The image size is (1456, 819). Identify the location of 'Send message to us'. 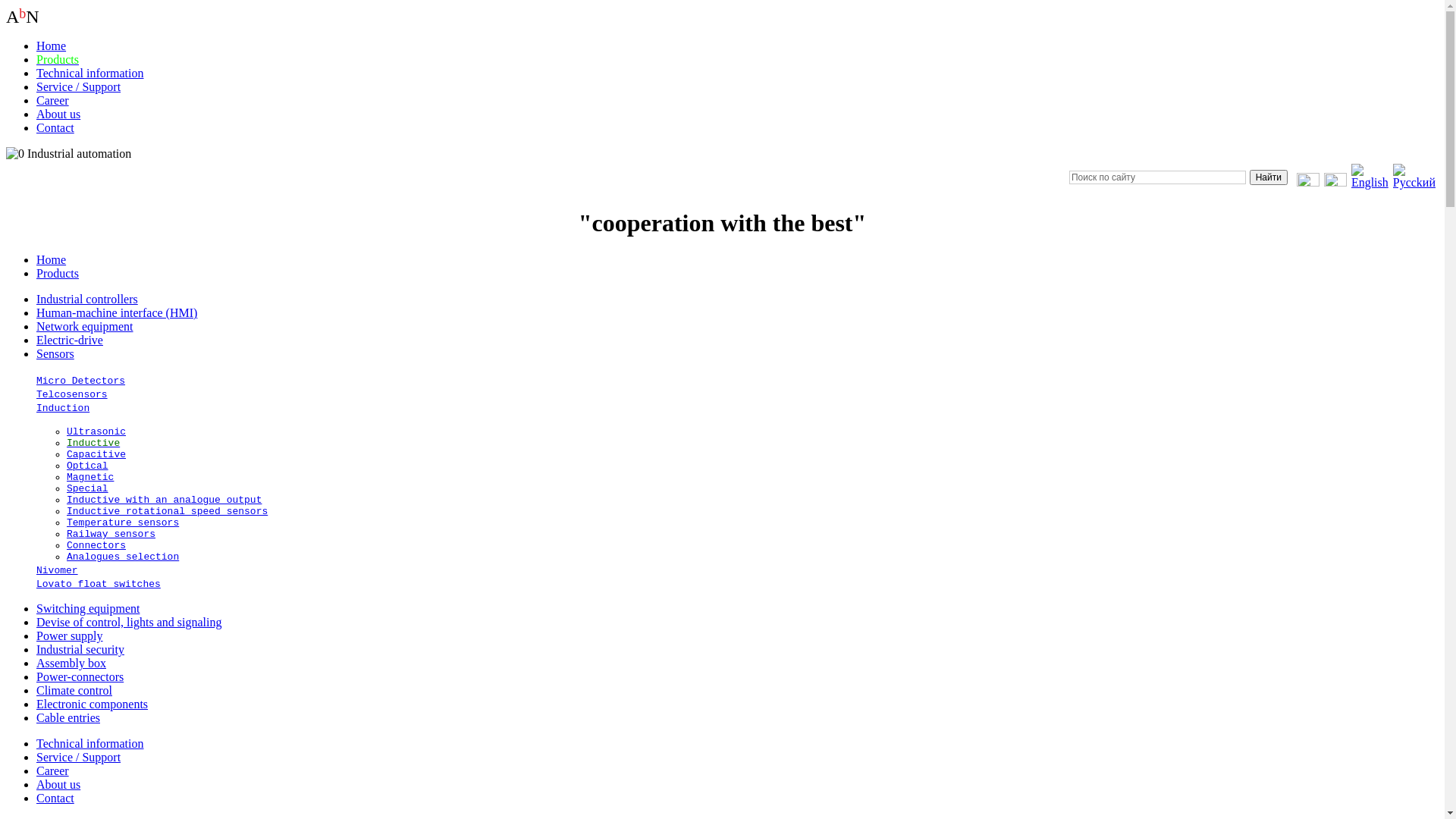
(1307, 181).